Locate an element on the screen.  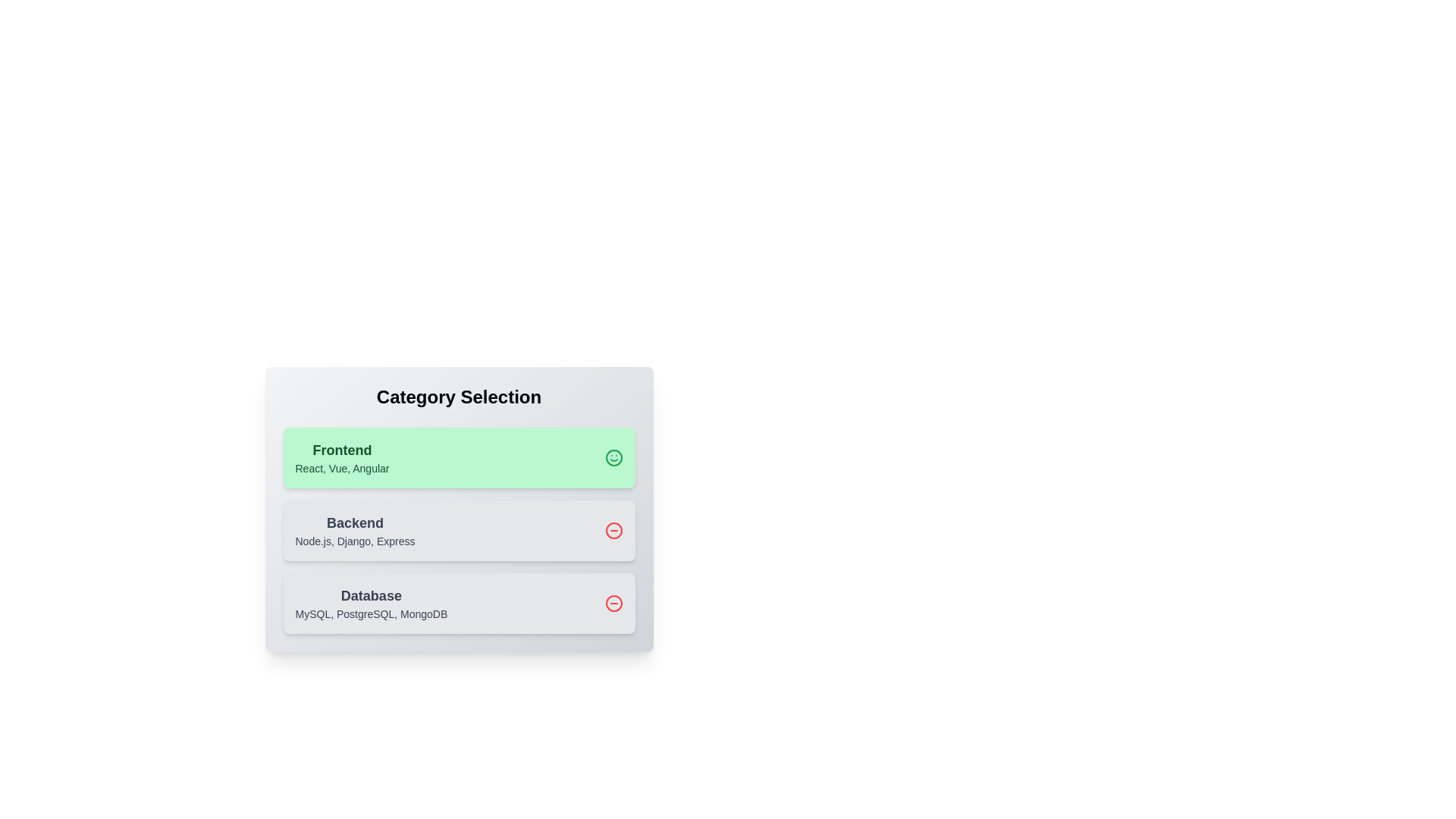
the category Frontend by clicking on its chip is located at coordinates (458, 457).